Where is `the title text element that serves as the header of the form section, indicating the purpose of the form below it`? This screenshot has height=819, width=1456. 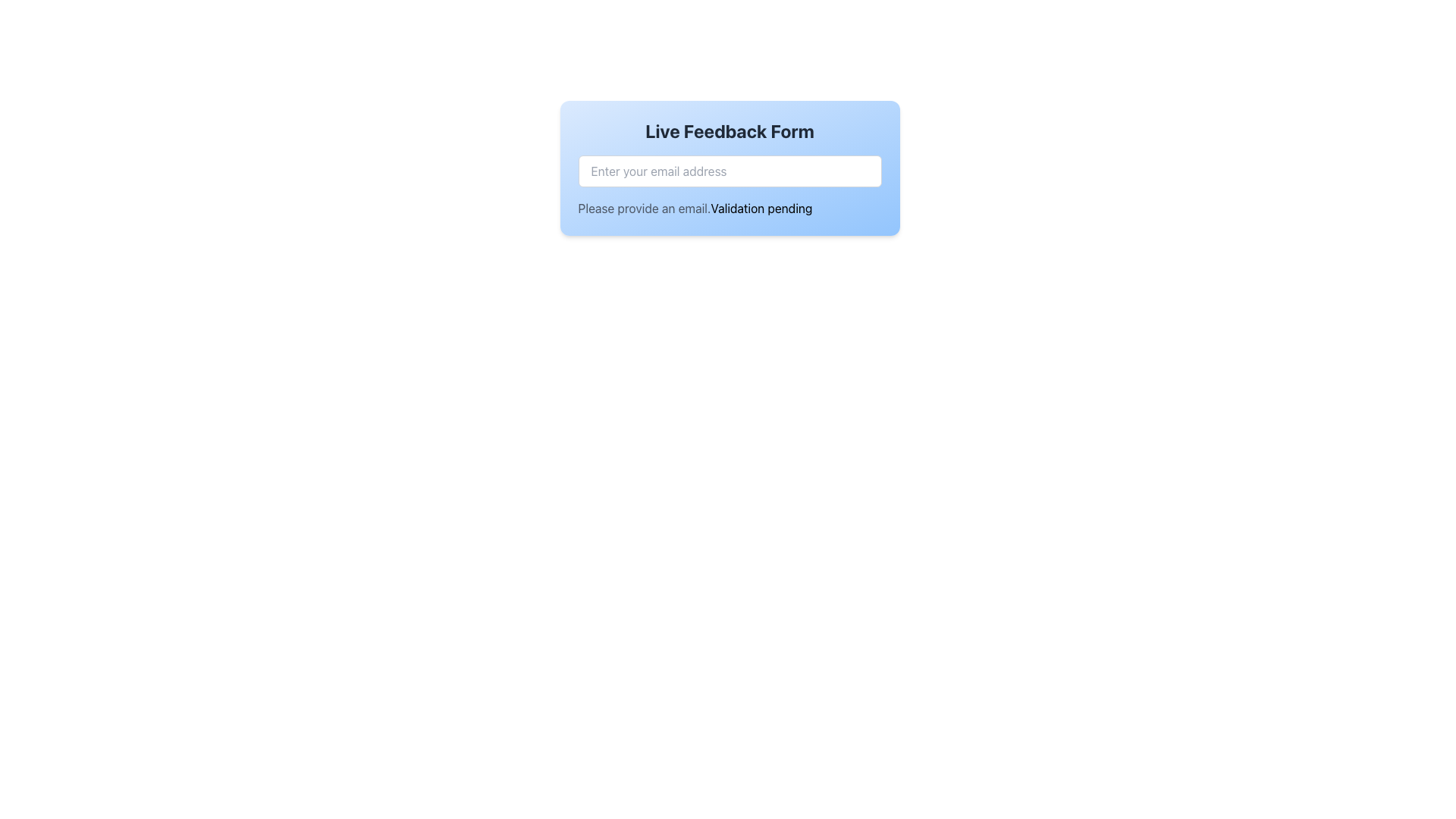
the title text element that serves as the header of the form section, indicating the purpose of the form below it is located at coordinates (730, 130).